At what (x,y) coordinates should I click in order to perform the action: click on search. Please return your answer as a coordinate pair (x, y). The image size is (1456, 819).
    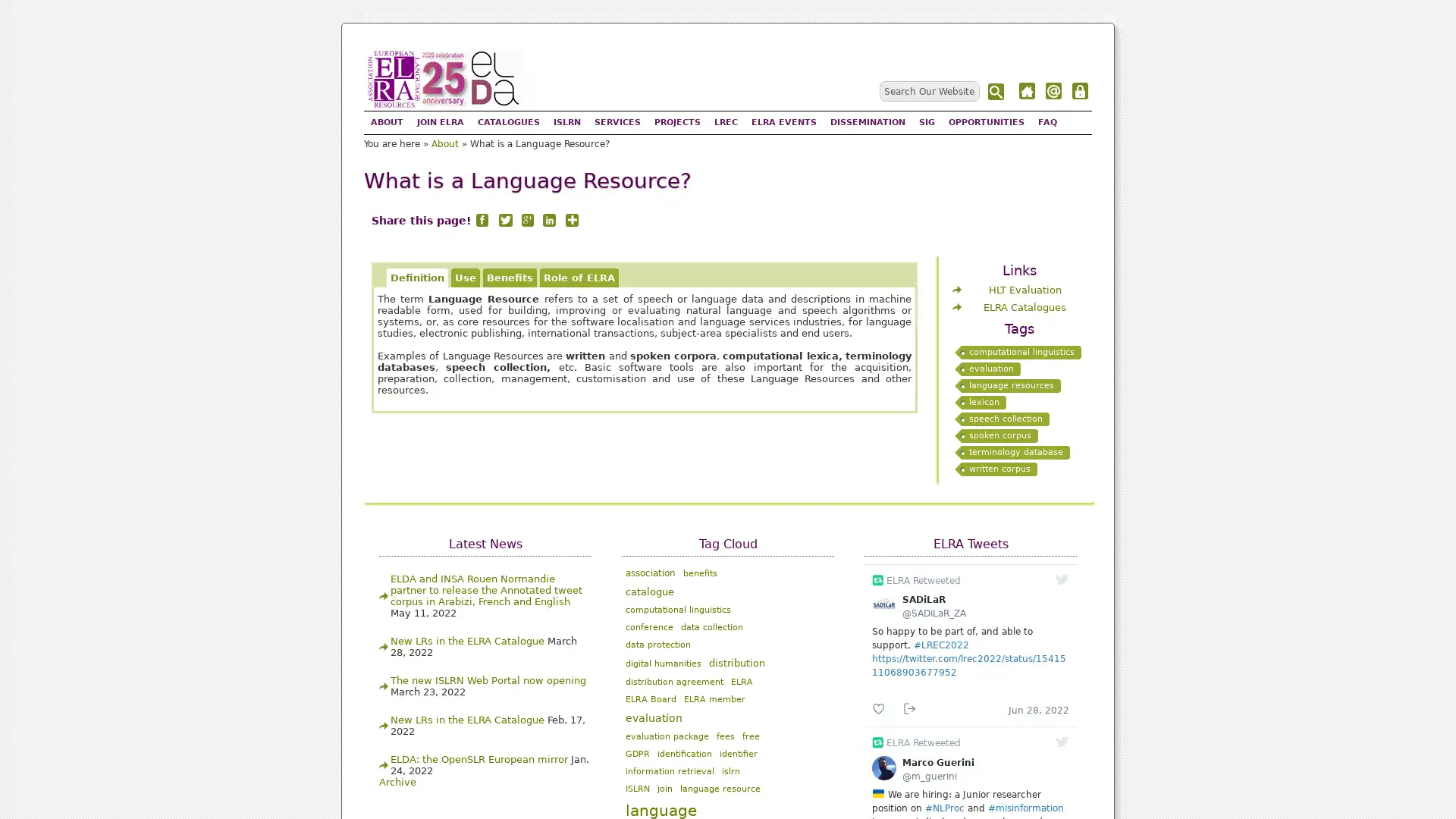
    Looking at the image, I should click on (997, 92).